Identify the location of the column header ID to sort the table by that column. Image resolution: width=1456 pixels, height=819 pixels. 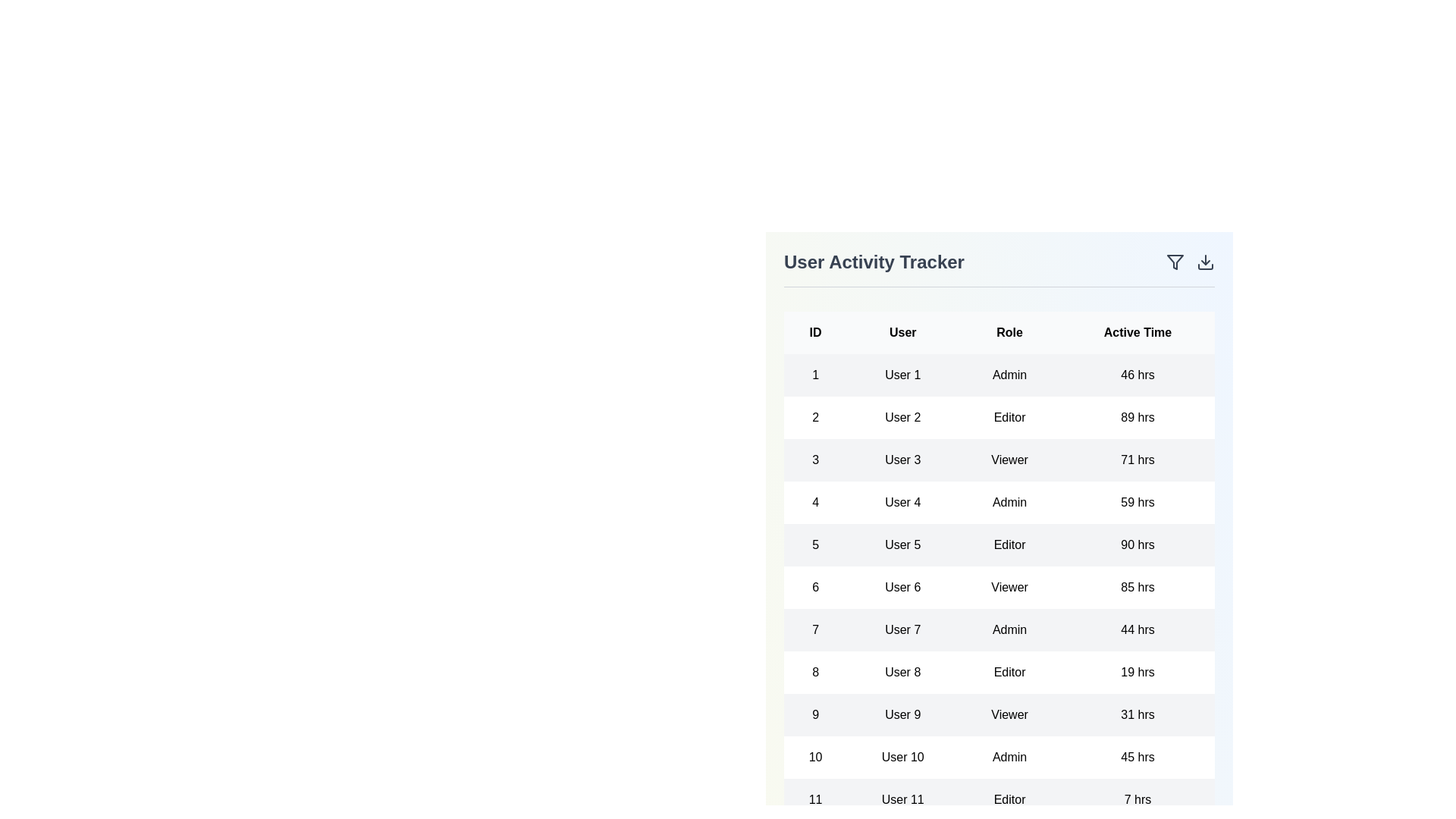
(814, 332).